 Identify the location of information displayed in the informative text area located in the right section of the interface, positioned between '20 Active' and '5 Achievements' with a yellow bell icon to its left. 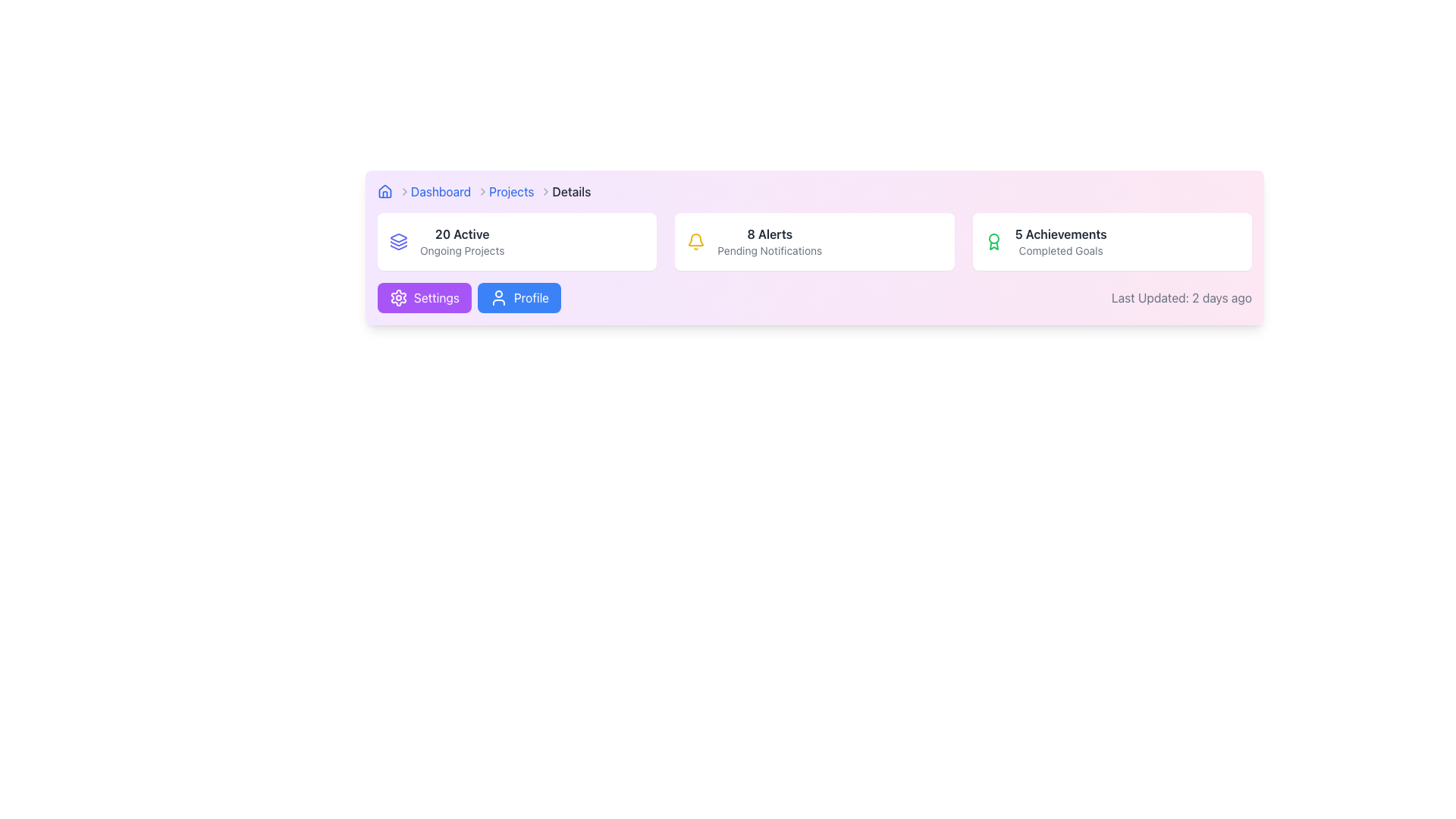
(770, 241).